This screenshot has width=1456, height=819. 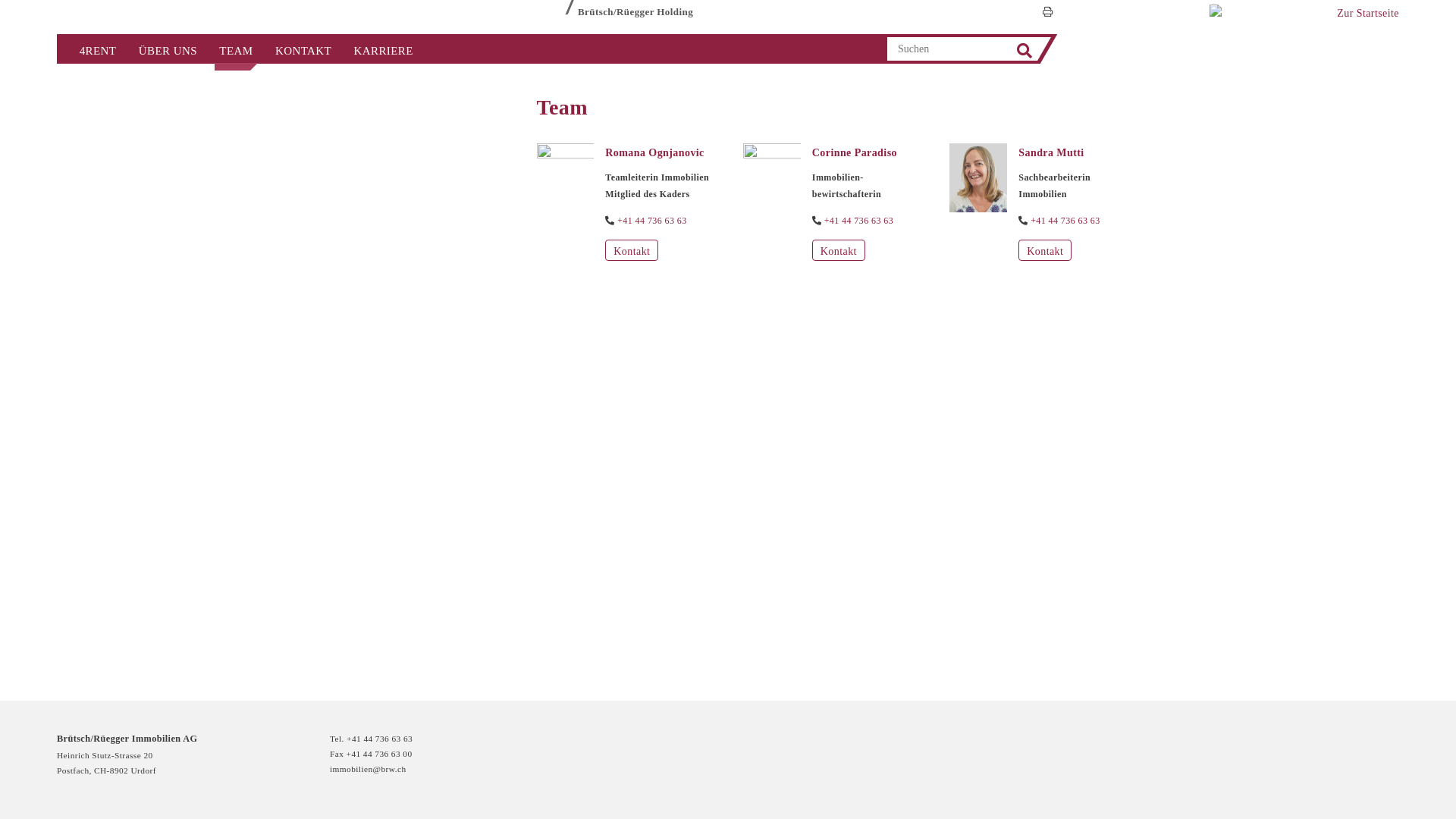 I want to click on '+41 44 736 63 63', so click(x=1065, y=221).